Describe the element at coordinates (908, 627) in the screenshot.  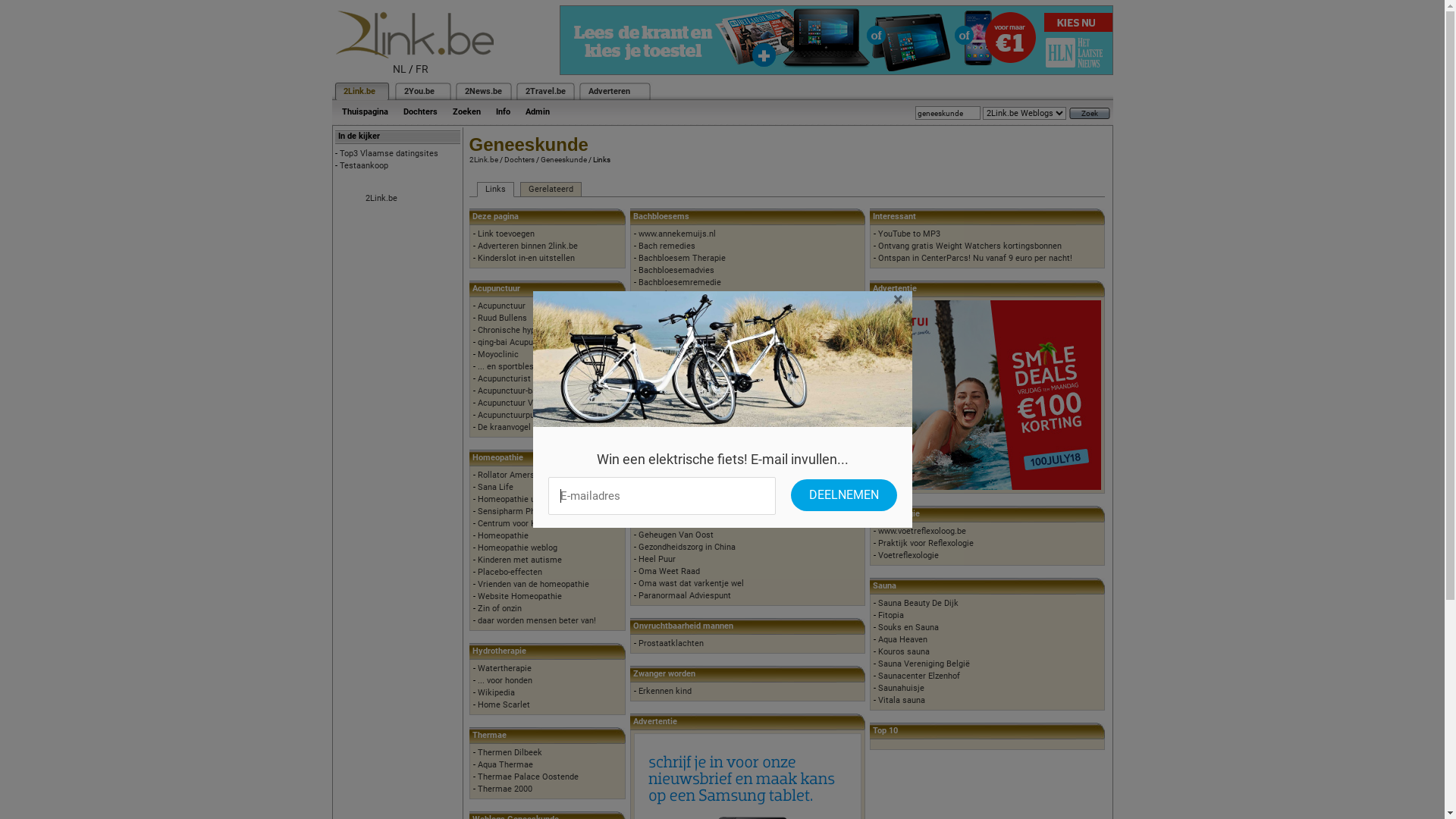
I see `'Souks en Sauna'` at that location.